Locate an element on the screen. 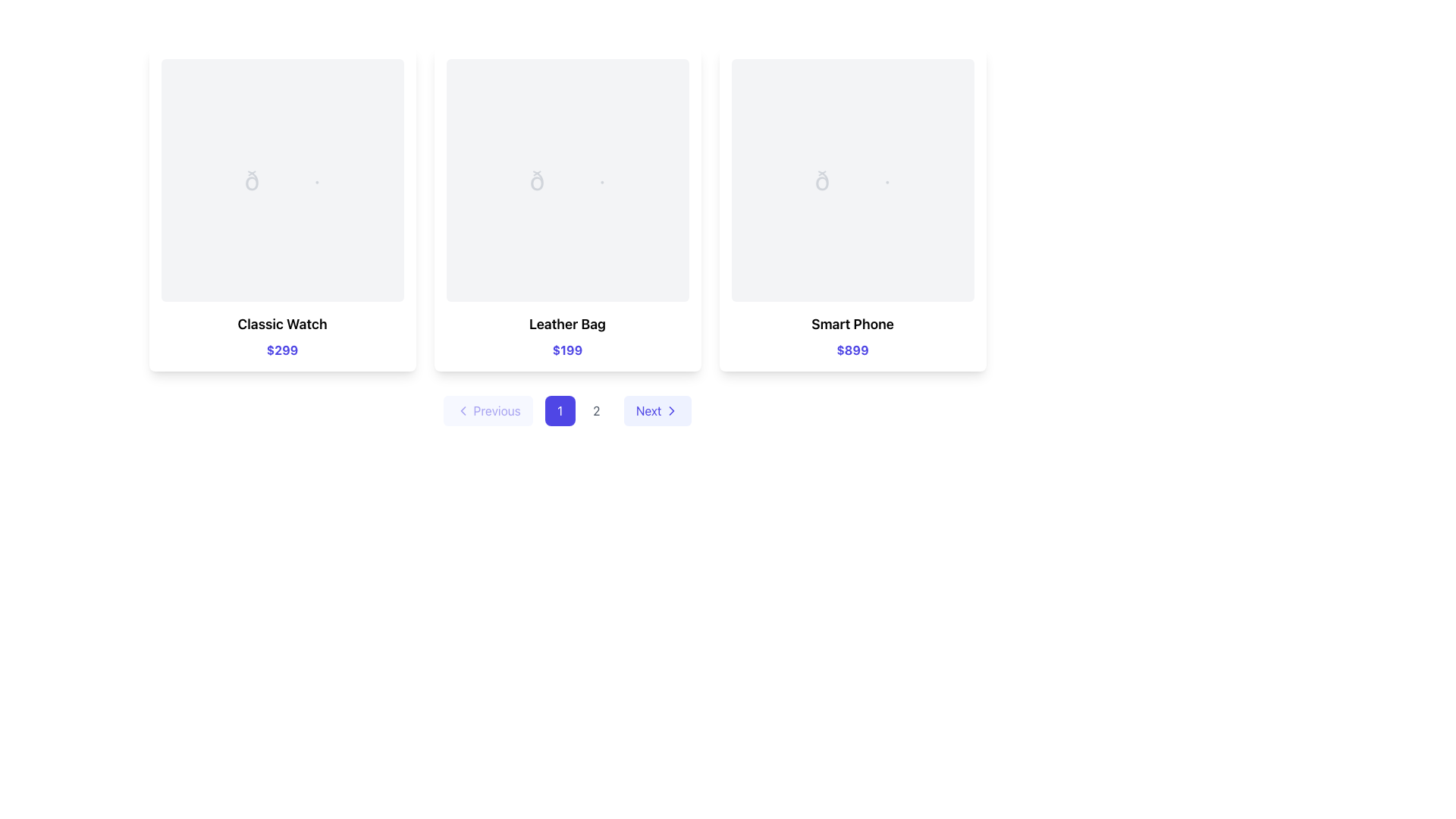 The image size is (1456, 819). the image placeholder located at the upper part of the 'Classic Watch' card, which is centered horizontally and serves as the visual focus of the card is located at coordinates (282, 180).